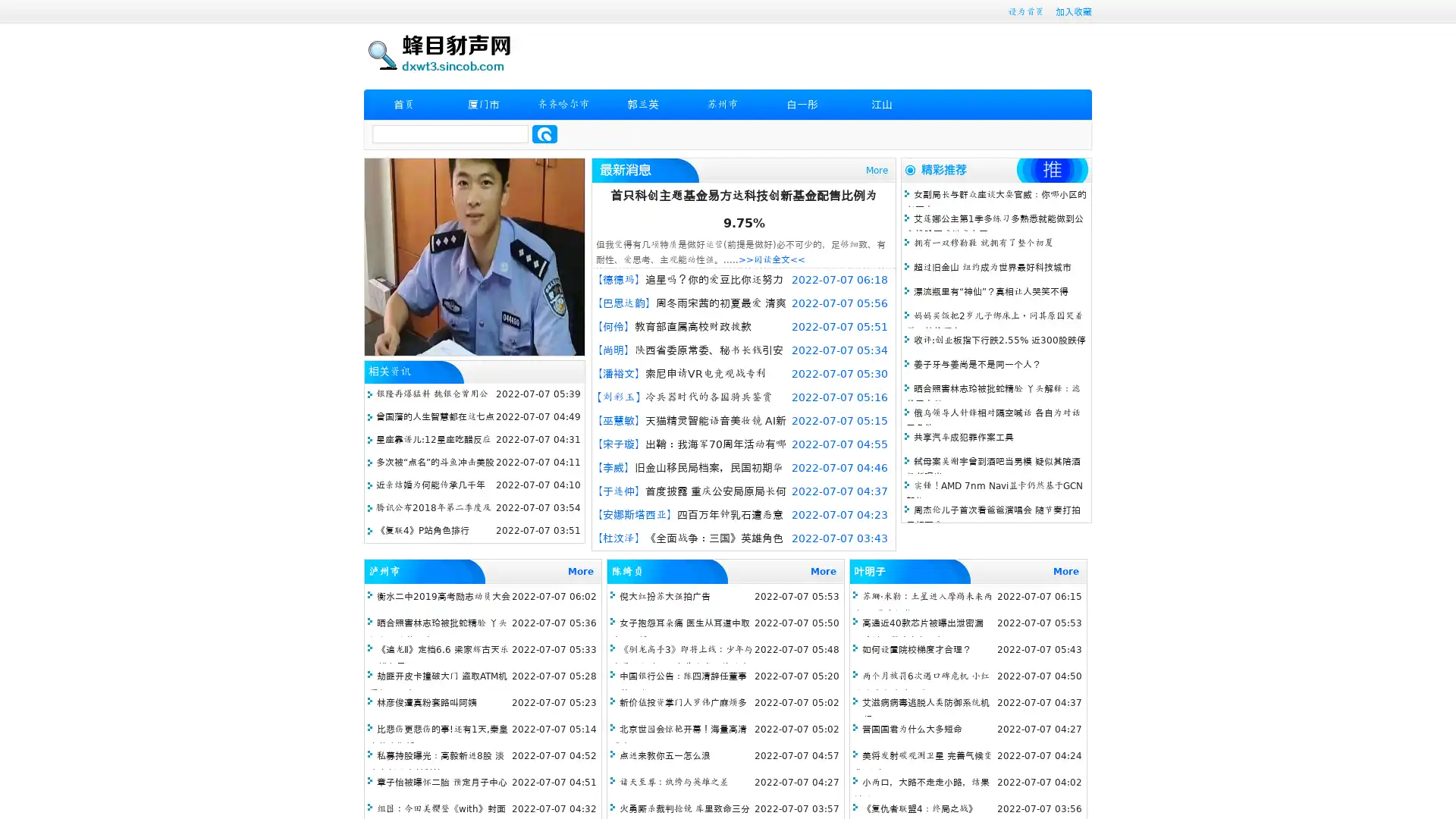 This screenshot has width=1456, height=819. What do you see at coordinates (544, 133) in the screenshot?
I see `Search` at bounding box center [544, 133].